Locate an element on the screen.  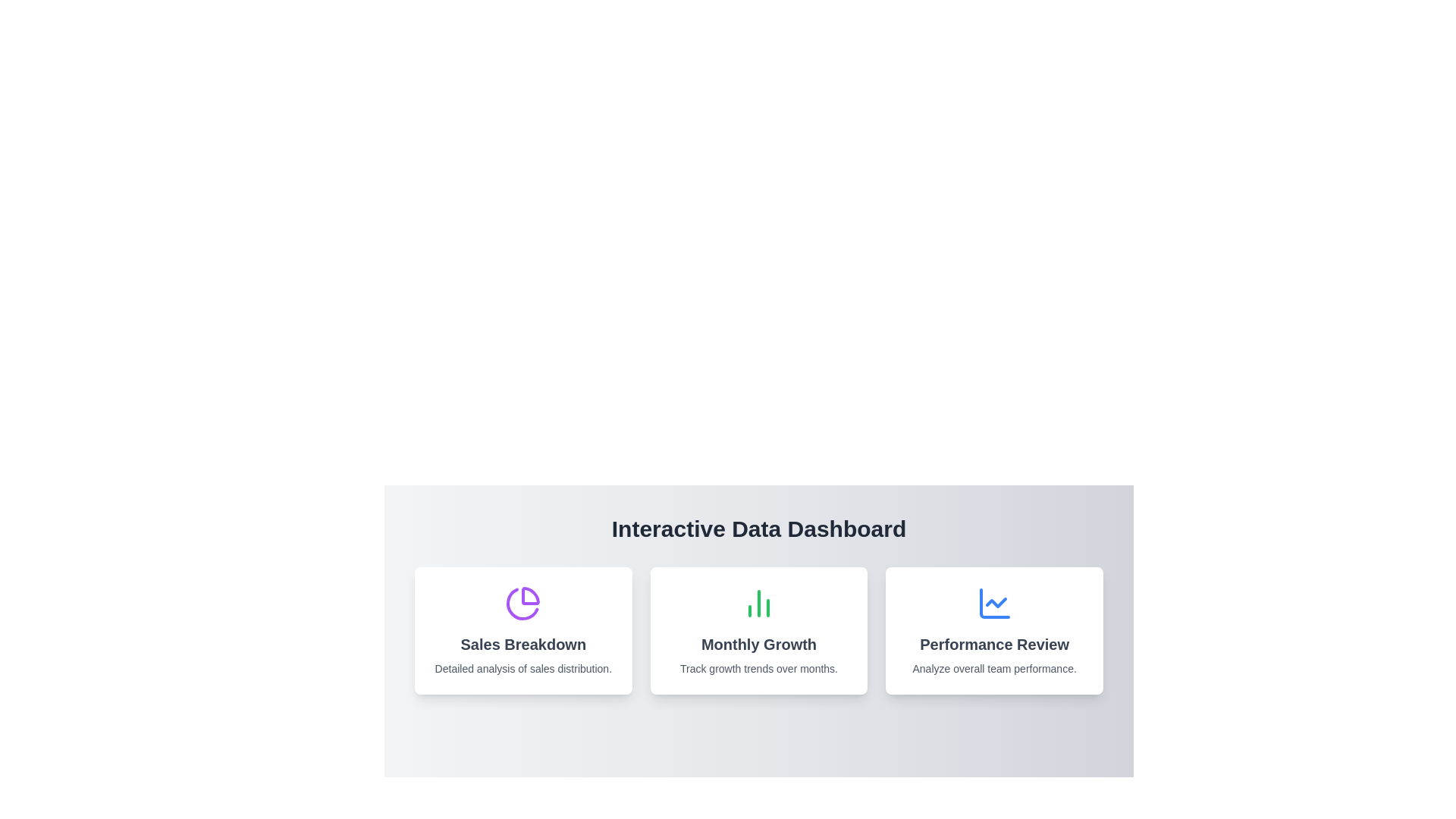
the middle informational card in the Component Group (Informational Cards) that provides insights about data analytics, located under the 'Interactive Data Dashboard' is located at coordinates (759, 631).